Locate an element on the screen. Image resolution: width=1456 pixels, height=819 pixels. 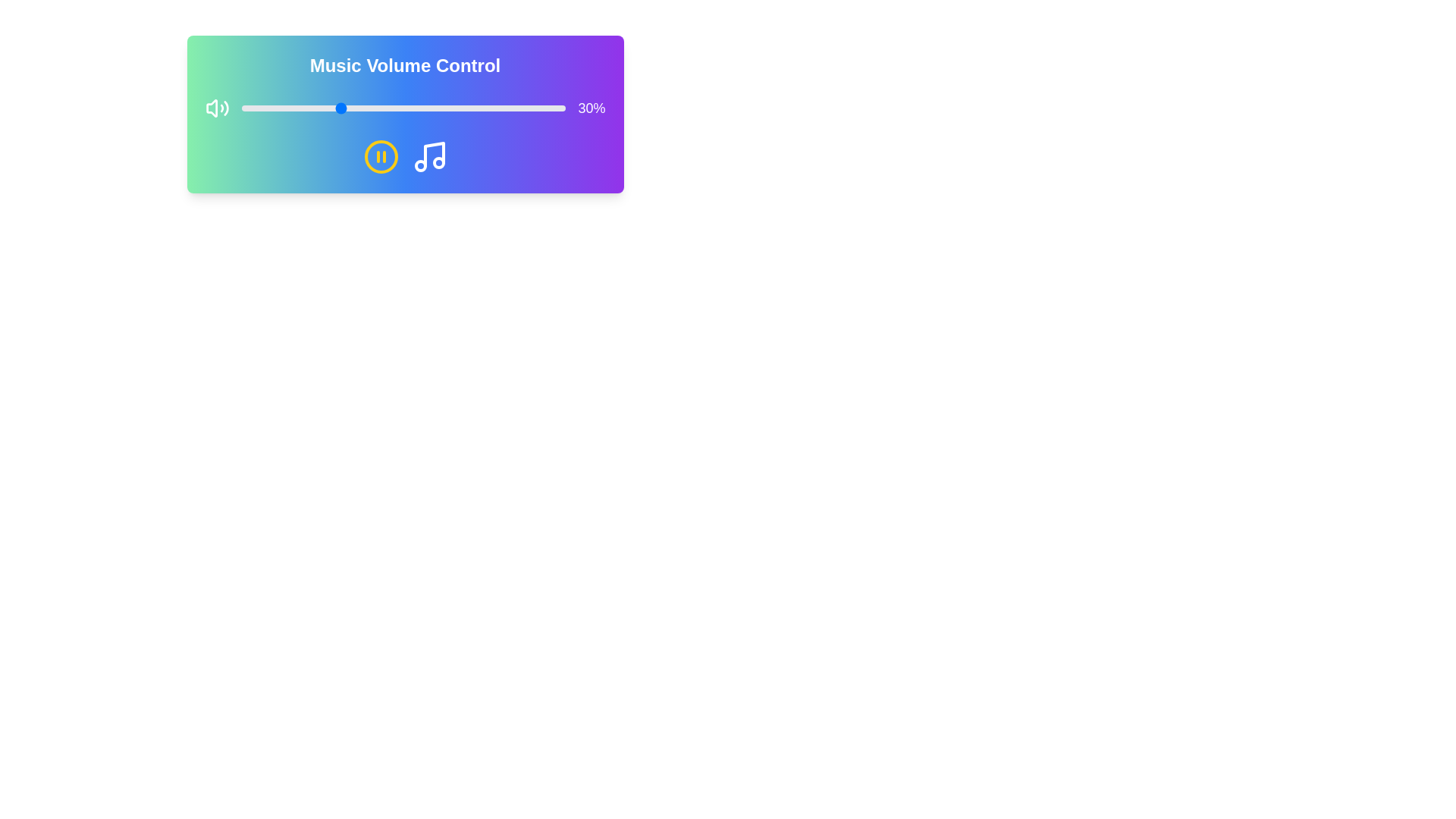
the first circular SVG graphical icon with a yellow border and a blue center, located in a horizontal row of interactive icons is located at coordinates (381, 157).